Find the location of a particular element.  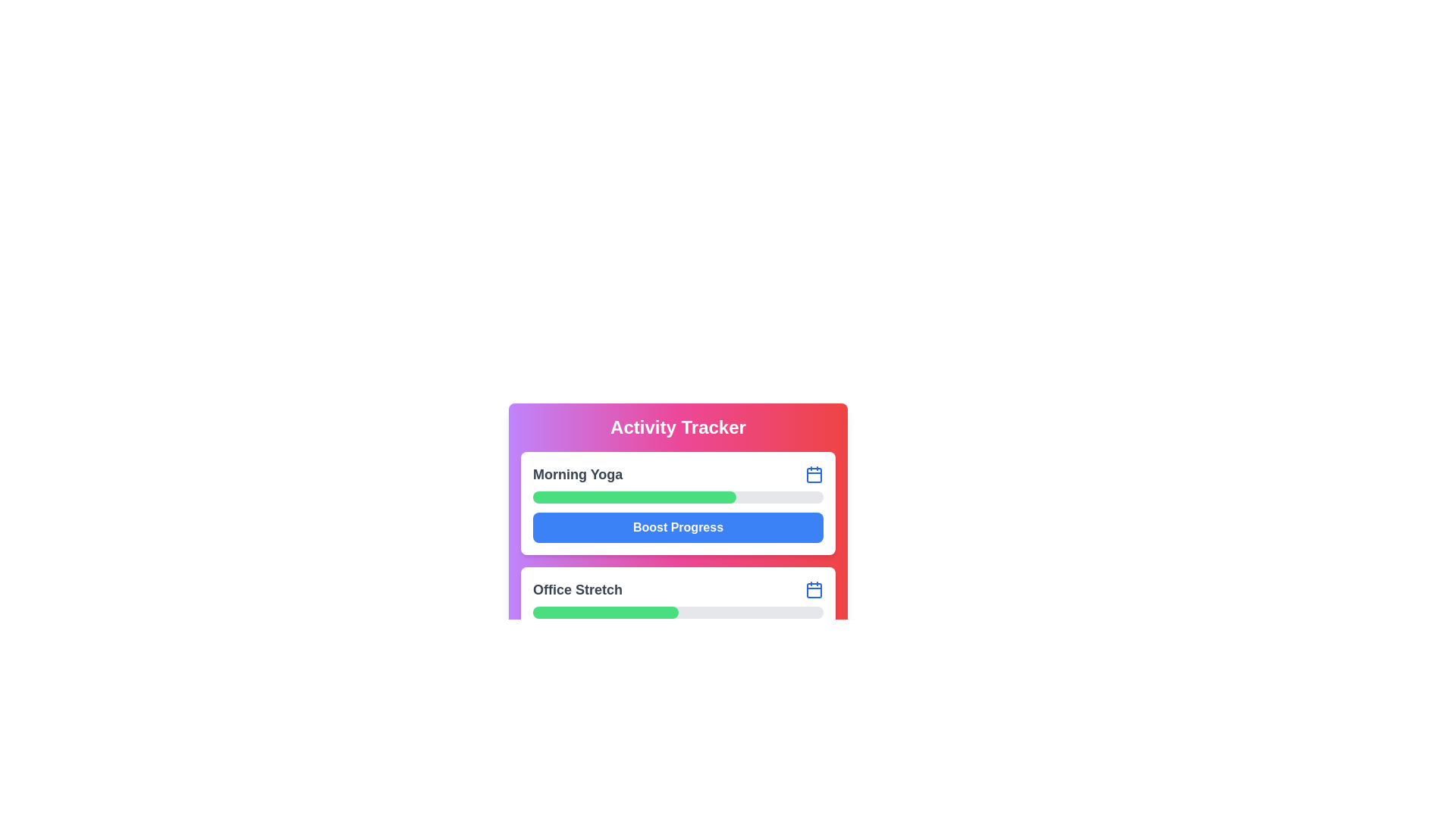

the button located beneath the progress bar within the 'Morning Yoga' card to boost progress is located at coordinates (677, 526).